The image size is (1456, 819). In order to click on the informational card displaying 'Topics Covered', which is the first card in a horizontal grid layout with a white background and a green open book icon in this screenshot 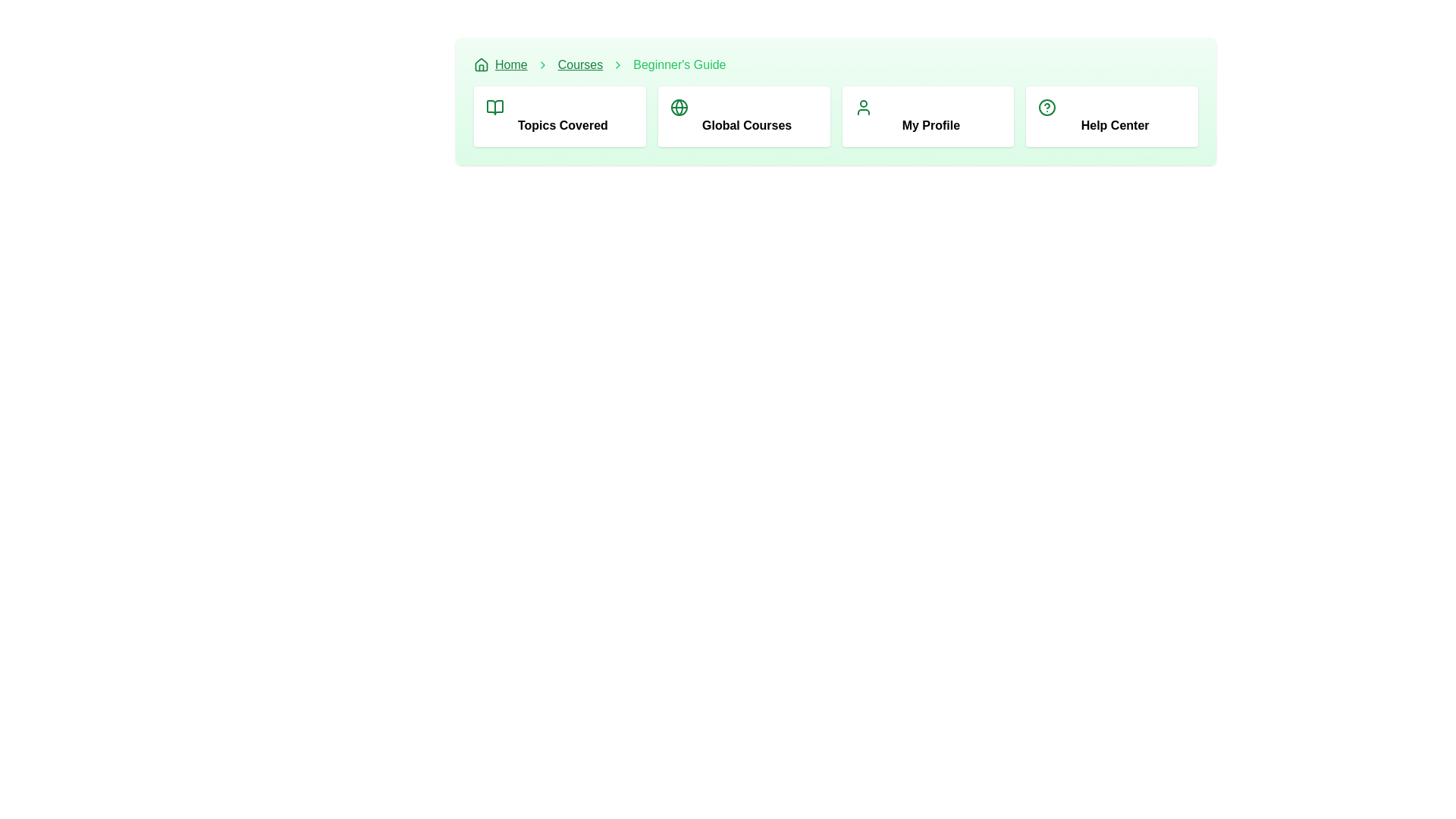, I will do `click(559, 116)`.